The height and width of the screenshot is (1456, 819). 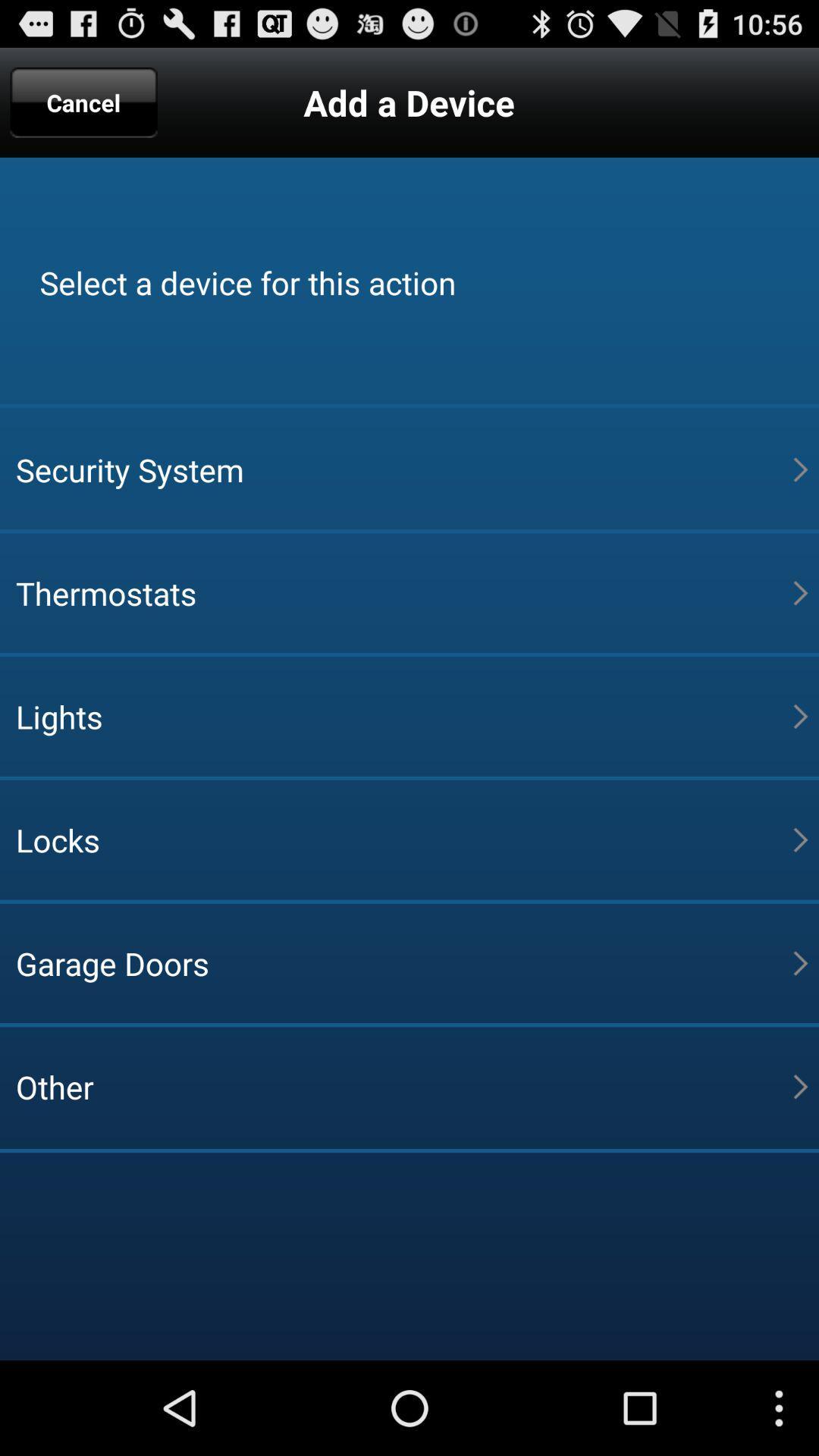 What do you see at coordinates (403, 839) in the screenshot?
I see `app below lights icon` at bounding box center [403, 839].